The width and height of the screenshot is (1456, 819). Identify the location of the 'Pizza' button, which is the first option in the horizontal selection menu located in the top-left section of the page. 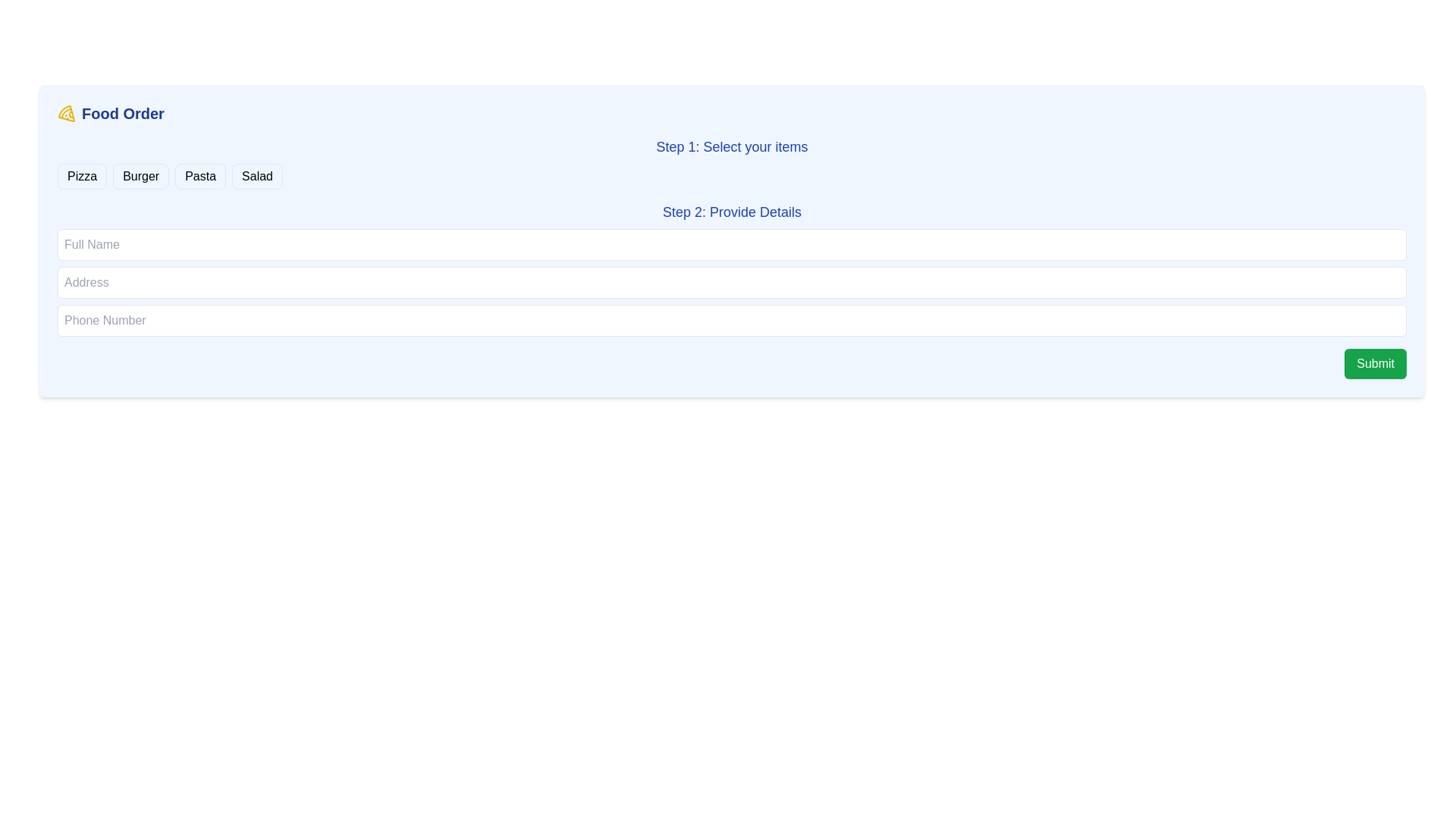
(81, 175).